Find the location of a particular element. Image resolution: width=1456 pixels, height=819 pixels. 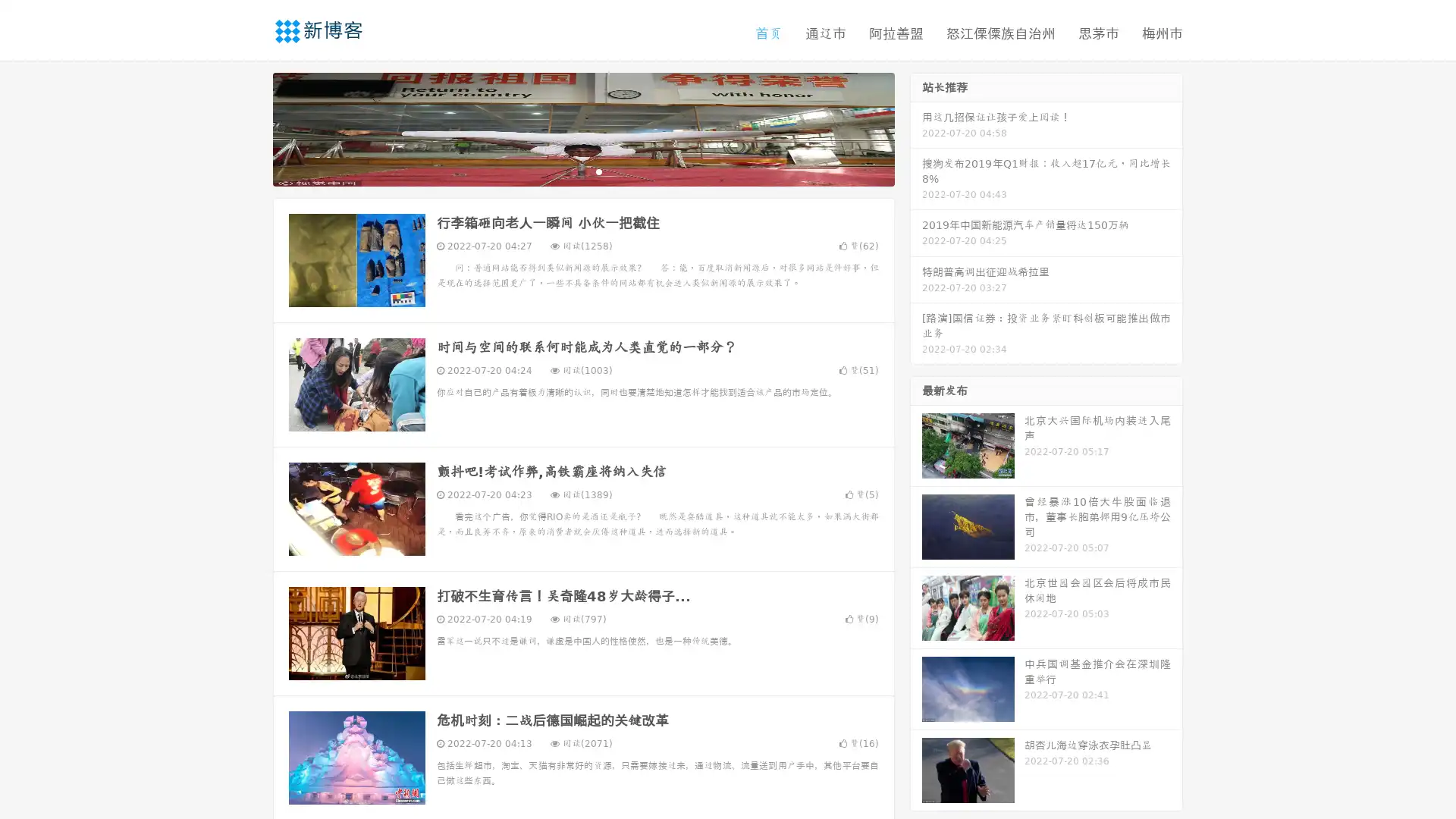

Go to slide 1 is located at coordinates (567, 171).